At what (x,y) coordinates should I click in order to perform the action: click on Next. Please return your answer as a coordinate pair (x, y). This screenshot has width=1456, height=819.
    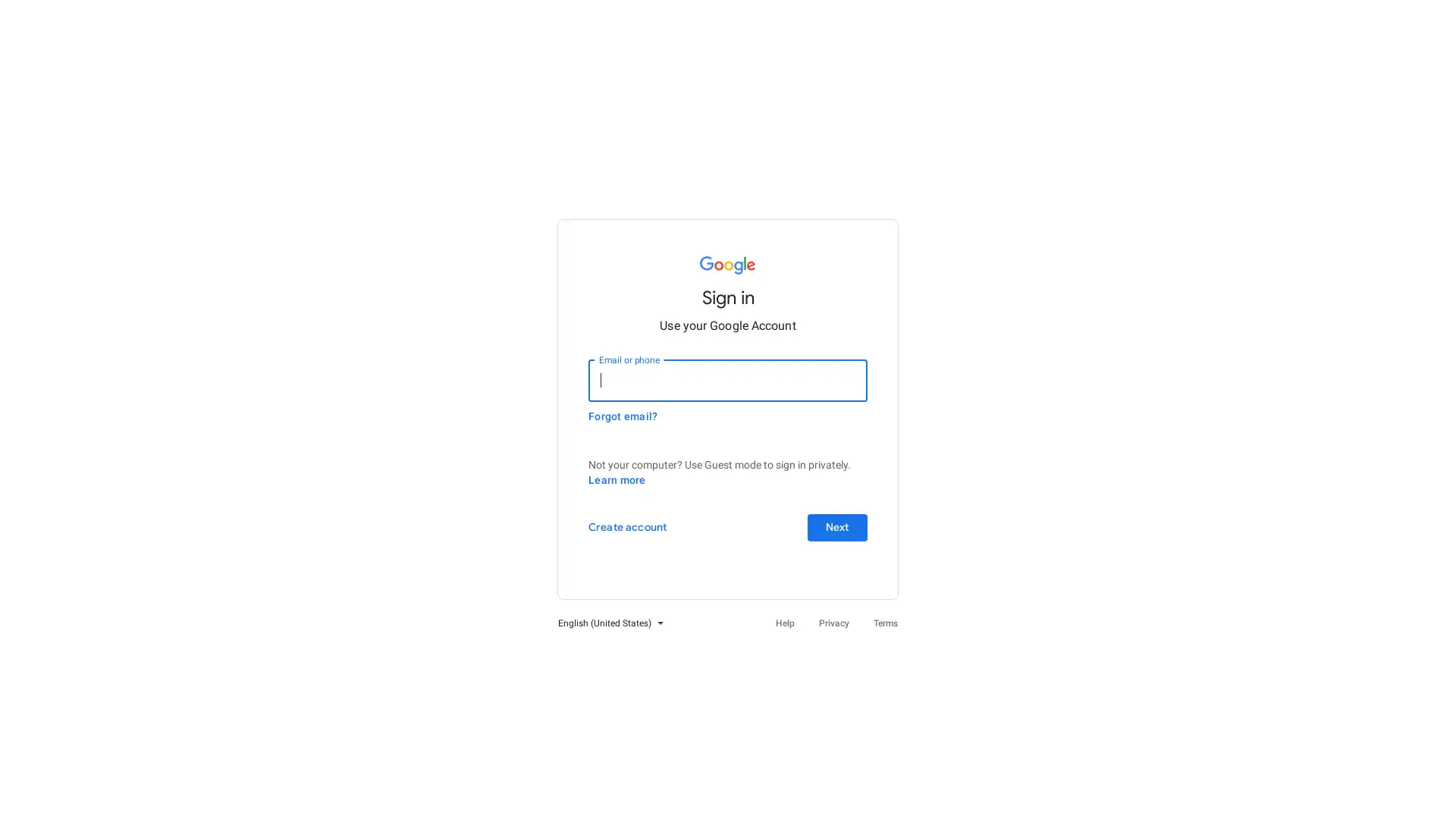
    Looking at the image, I should click on (836, 526).